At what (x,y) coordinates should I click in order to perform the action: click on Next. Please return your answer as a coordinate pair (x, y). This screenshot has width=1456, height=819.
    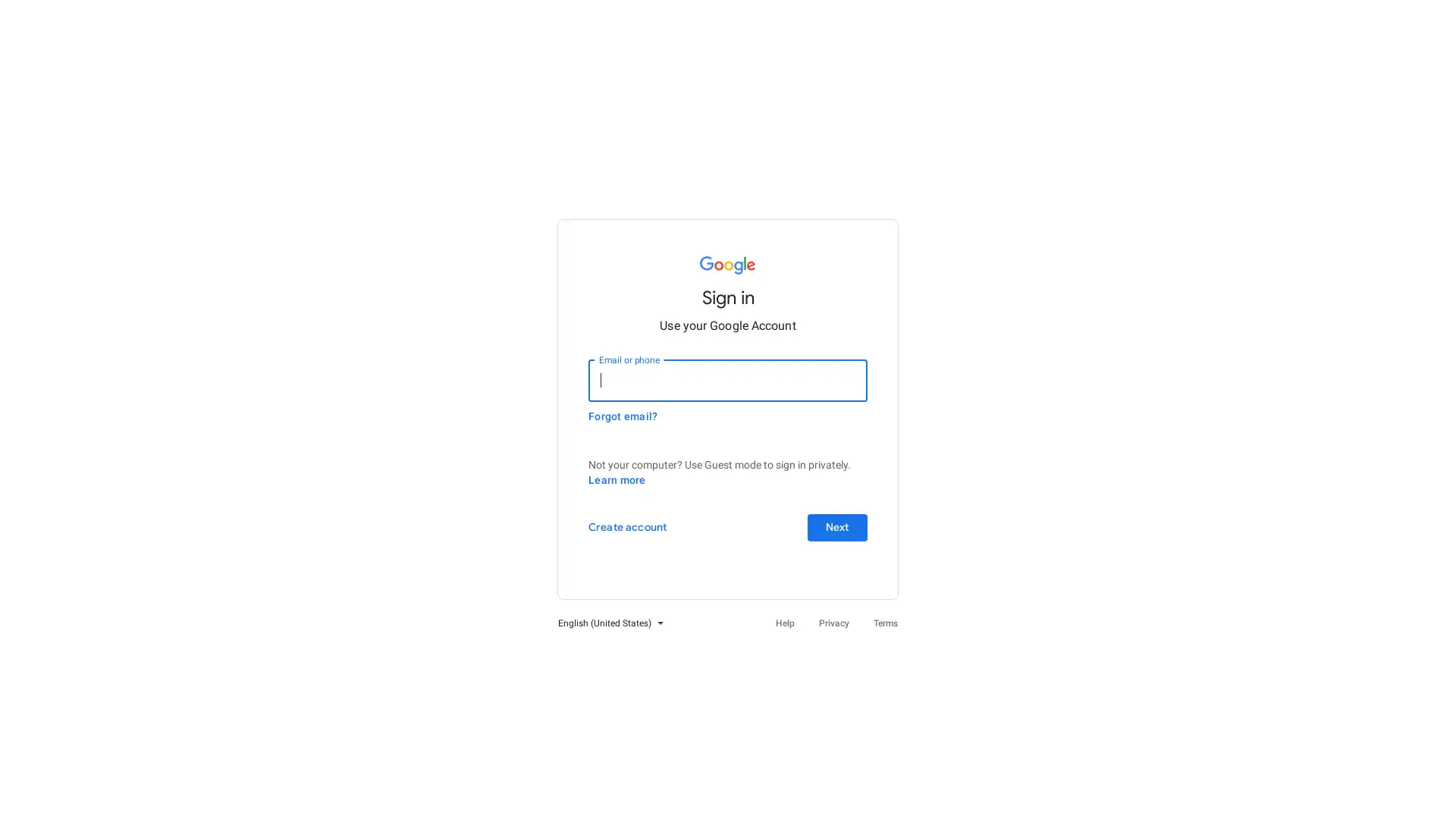
    Looking at the image, I should click on (836, 526).